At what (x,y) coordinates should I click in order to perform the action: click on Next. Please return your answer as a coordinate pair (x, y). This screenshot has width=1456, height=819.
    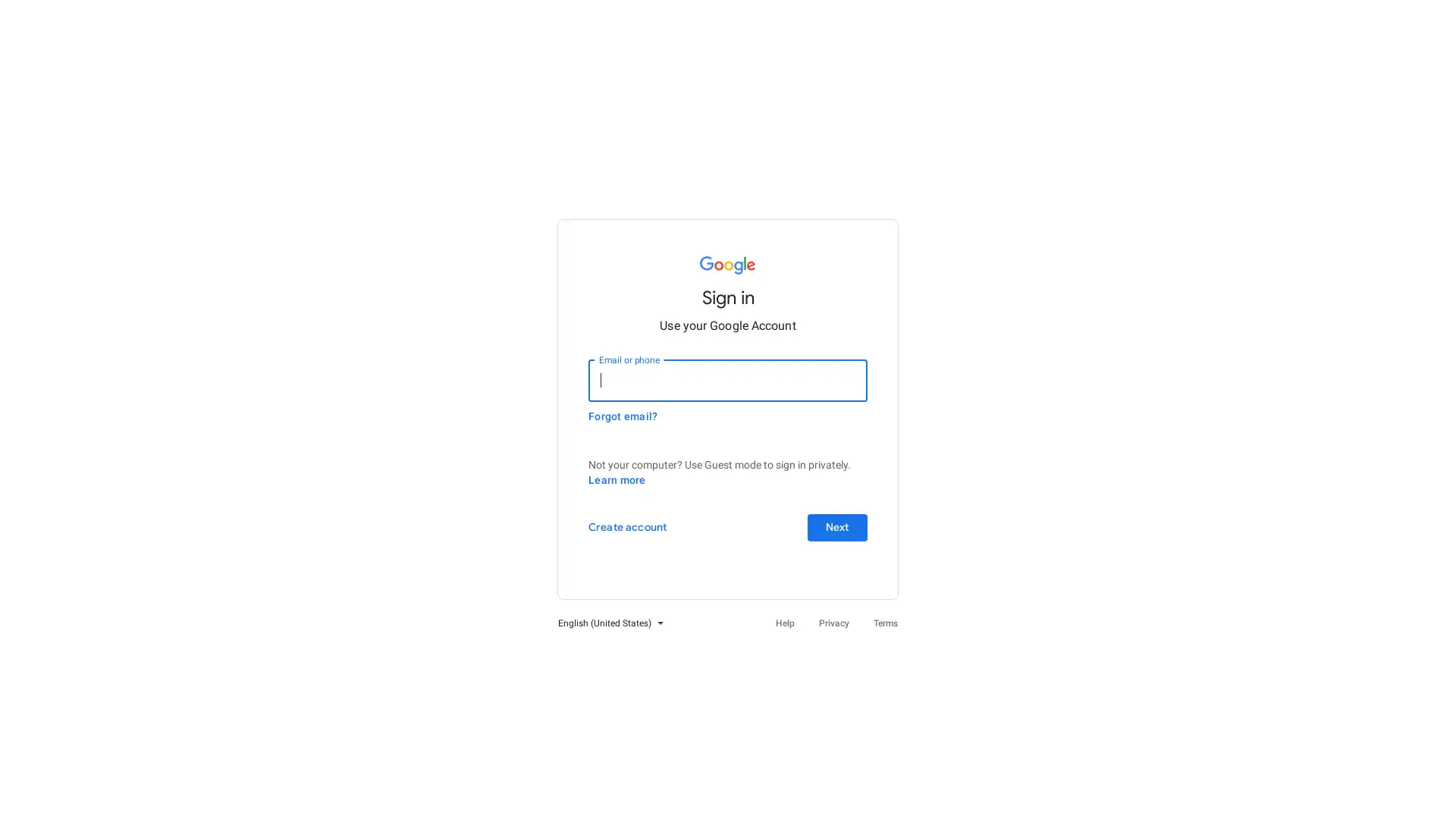
    Looking at the image, I should click on (836, 526).